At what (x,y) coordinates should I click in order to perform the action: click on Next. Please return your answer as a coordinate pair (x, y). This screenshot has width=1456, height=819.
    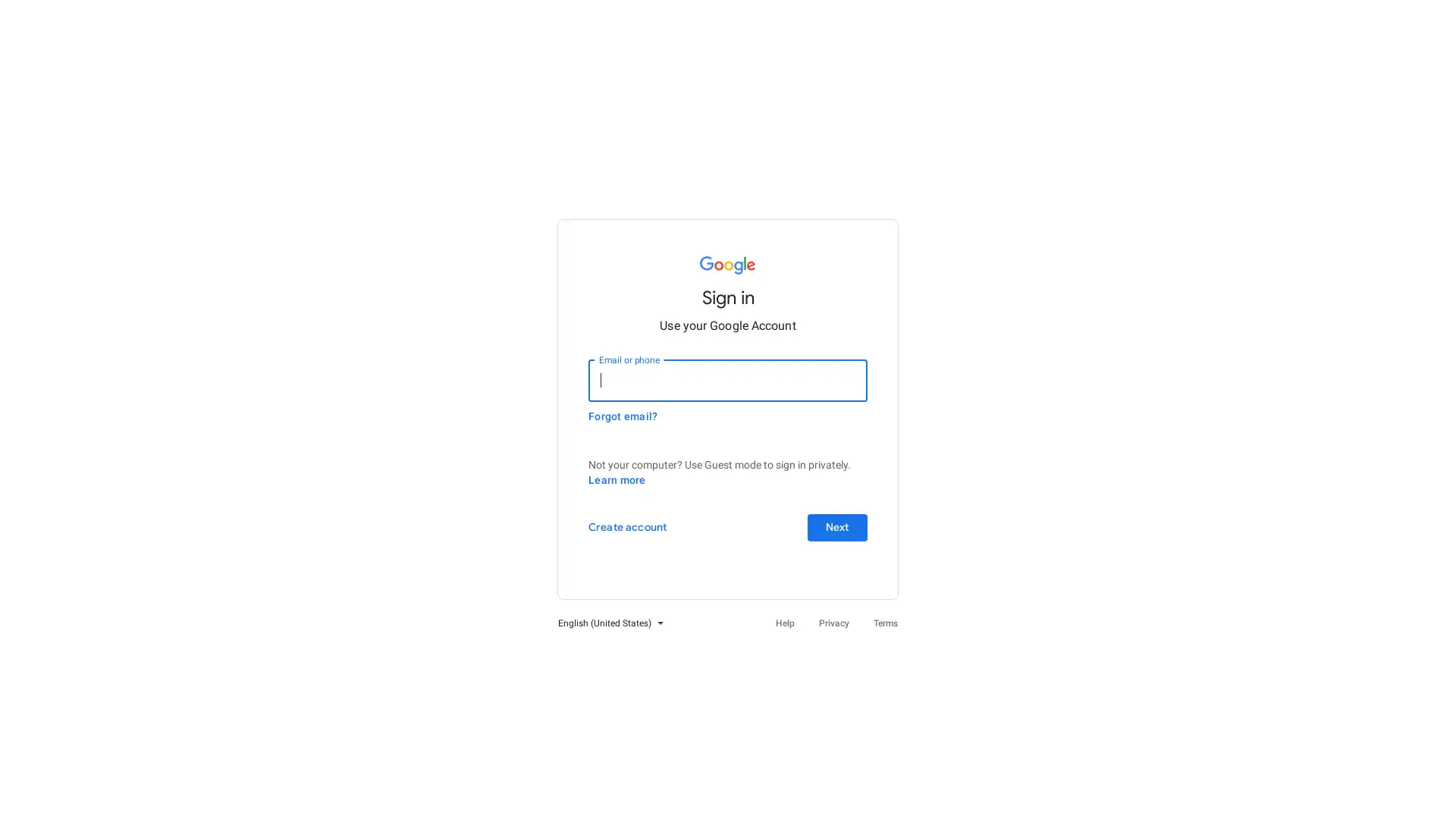
    Looking at the image, I should click on (836, 526).